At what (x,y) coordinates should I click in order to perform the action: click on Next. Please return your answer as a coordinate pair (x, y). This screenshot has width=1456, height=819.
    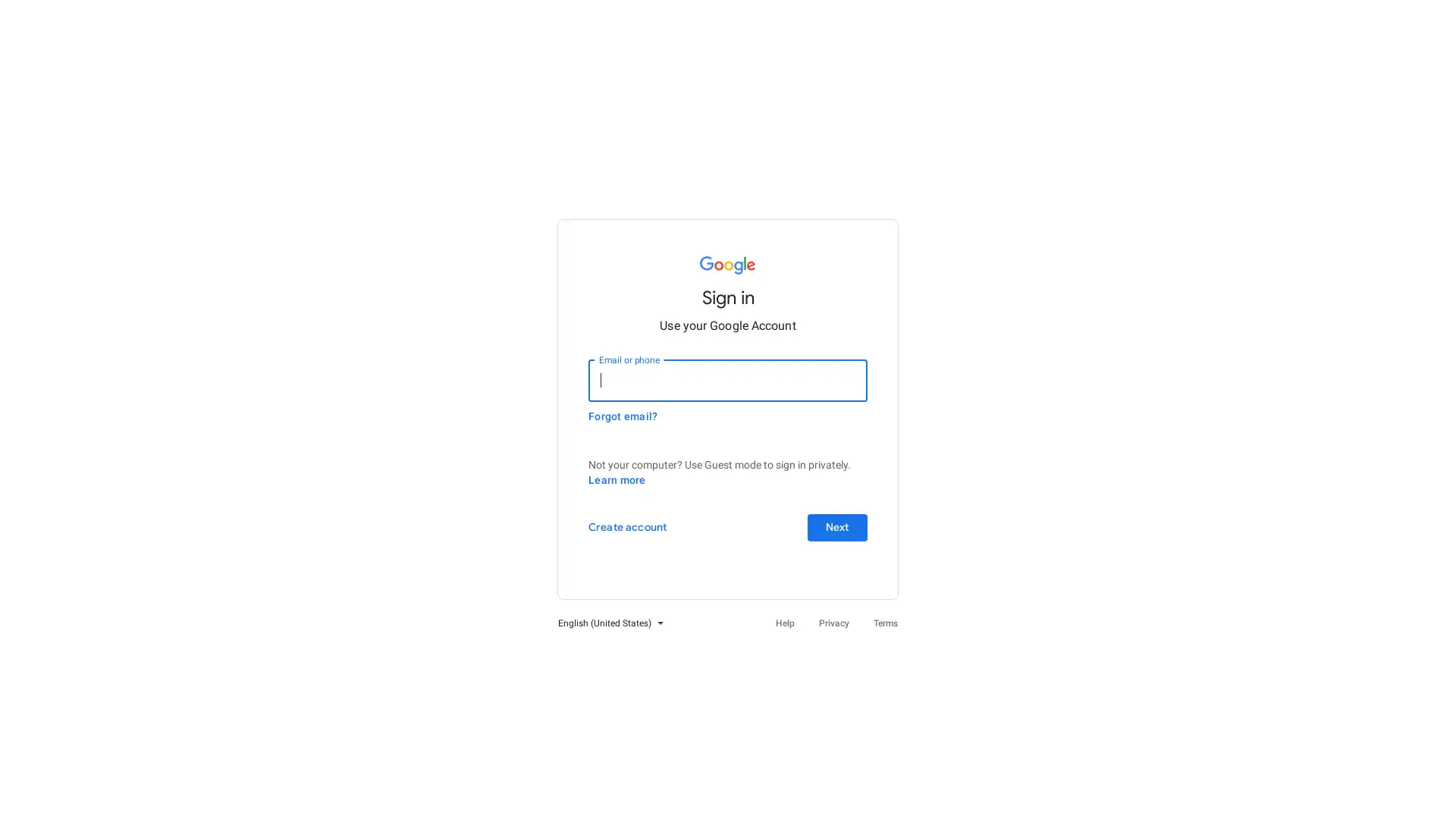
    Looking at the image, I should click on (836, 526).